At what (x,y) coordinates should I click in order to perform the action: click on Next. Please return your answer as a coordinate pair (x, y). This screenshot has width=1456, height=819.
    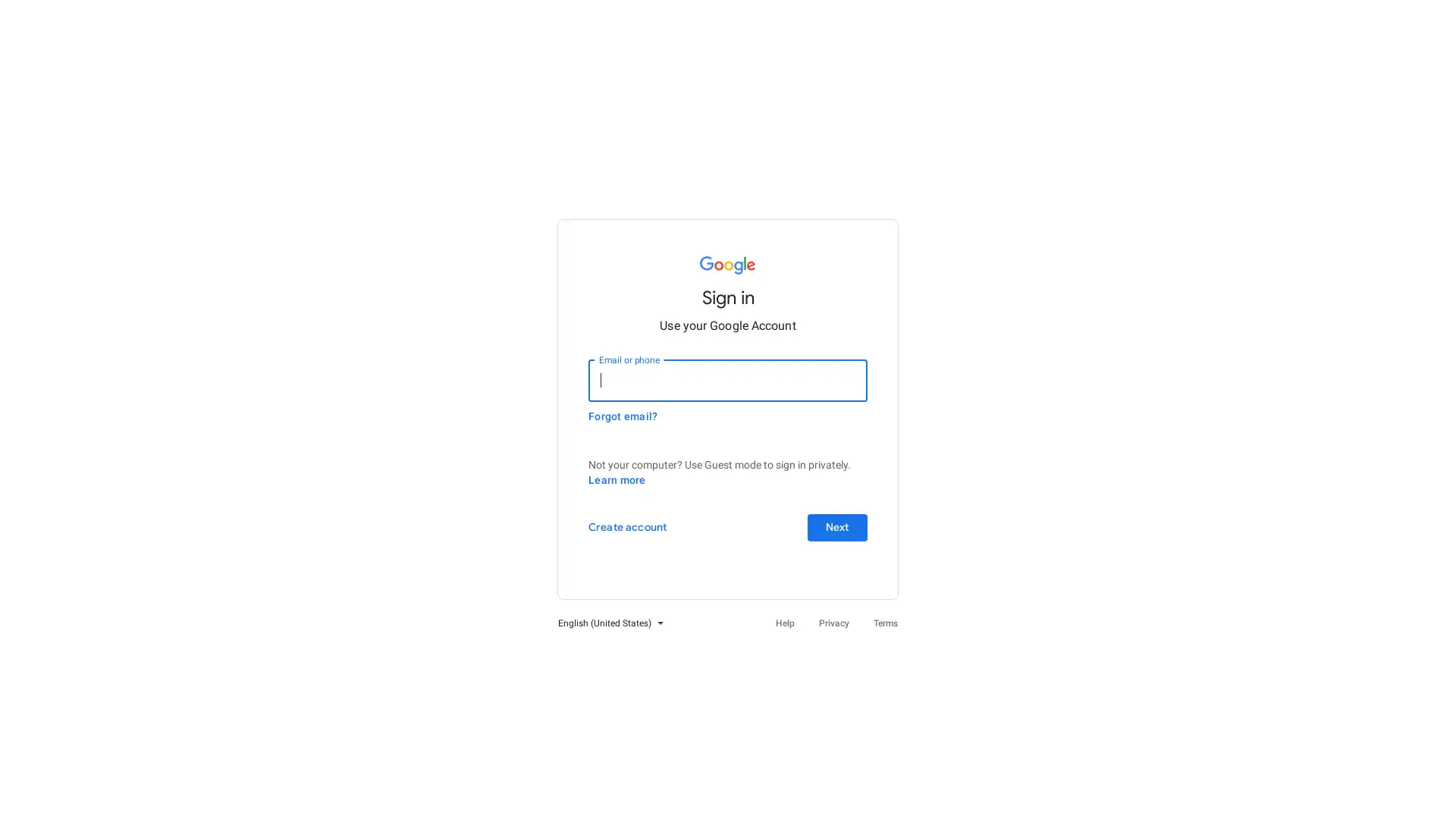
    Looking at the image, I should click on (836, 526).